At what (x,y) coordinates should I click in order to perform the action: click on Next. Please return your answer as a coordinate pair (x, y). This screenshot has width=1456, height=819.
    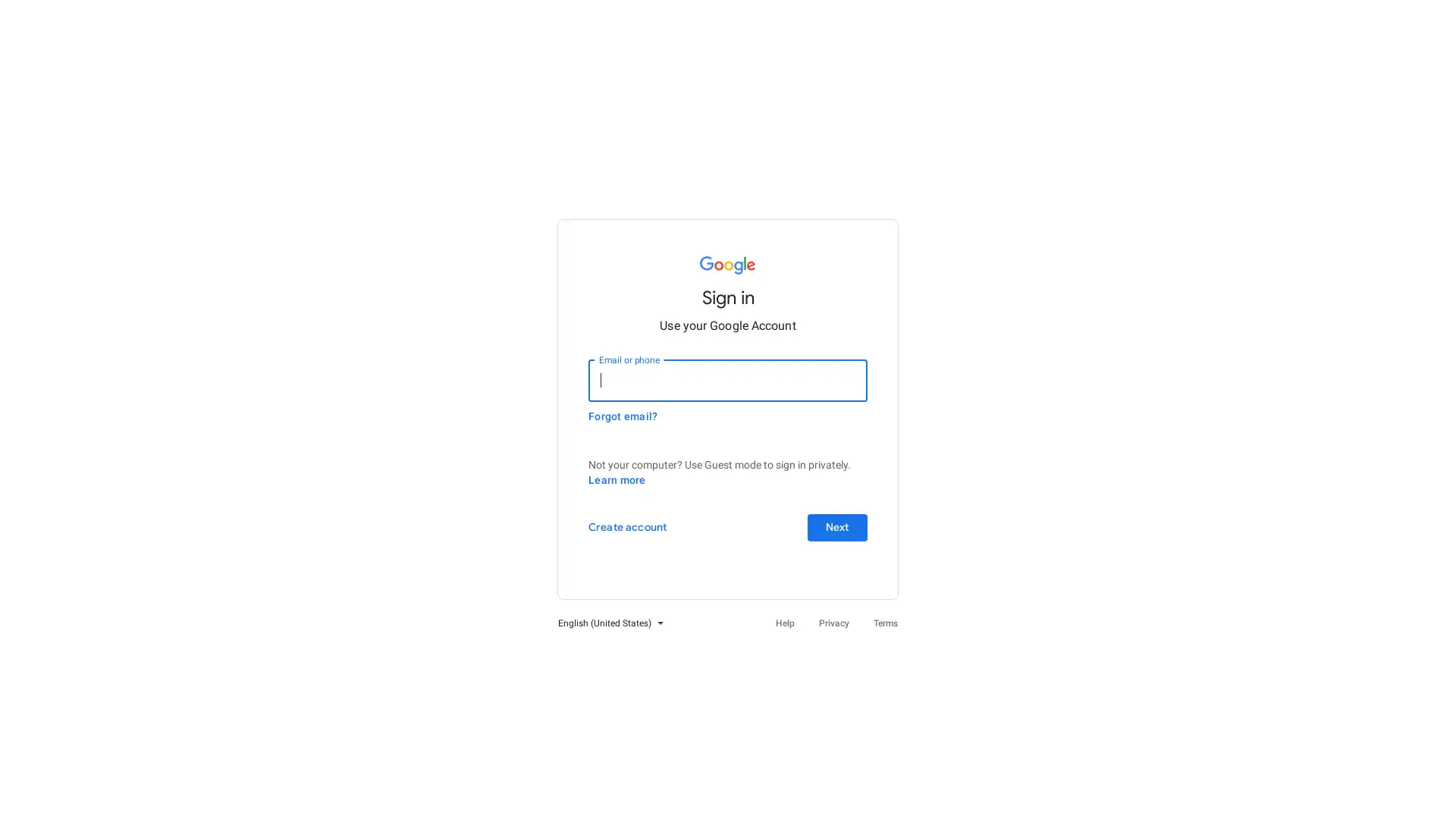
    Looking at the image, I should click on (836, 526).